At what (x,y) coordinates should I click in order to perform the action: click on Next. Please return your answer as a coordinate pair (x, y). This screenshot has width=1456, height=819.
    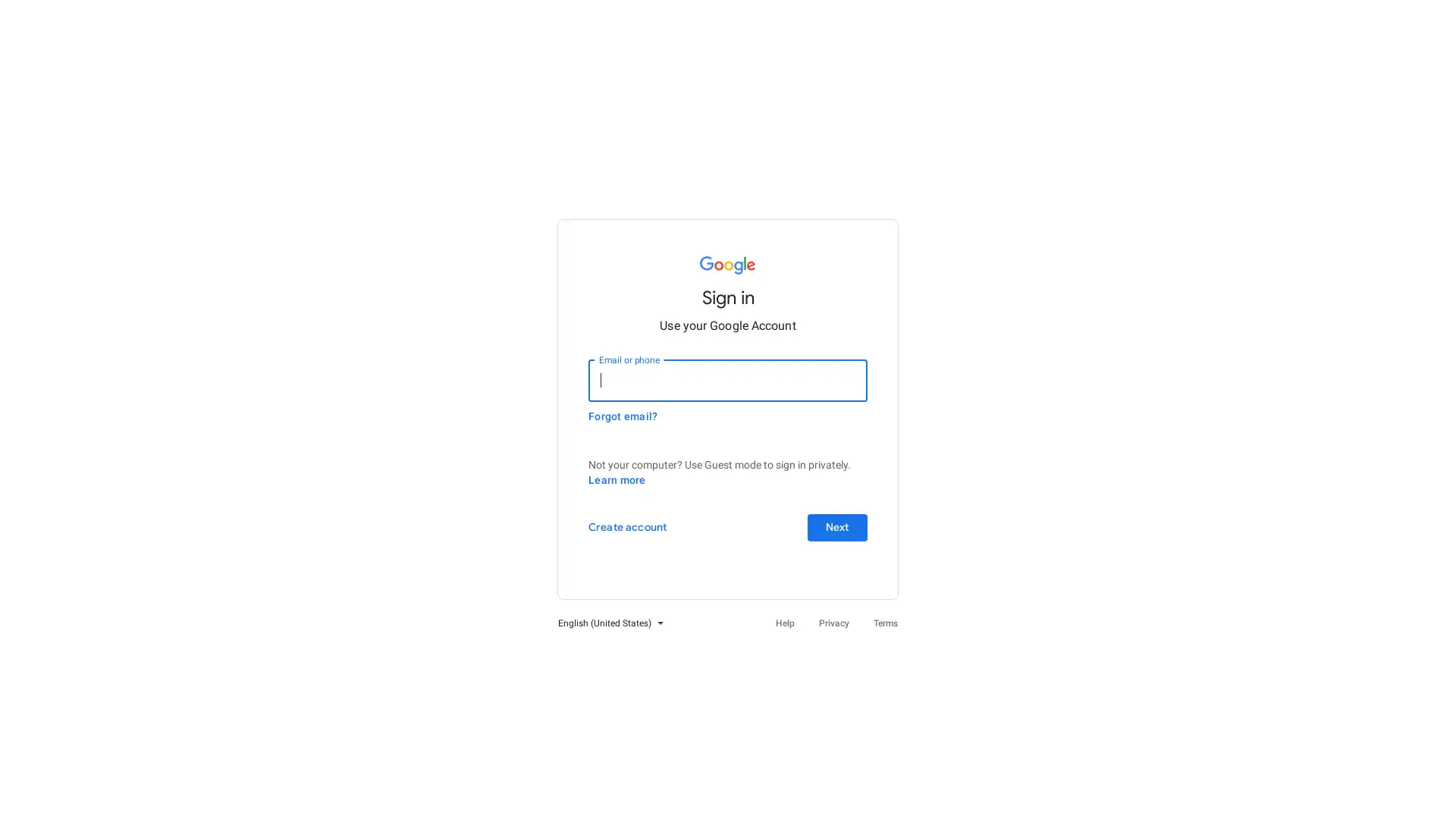
    Looking at the image, I should click on (836, 526).